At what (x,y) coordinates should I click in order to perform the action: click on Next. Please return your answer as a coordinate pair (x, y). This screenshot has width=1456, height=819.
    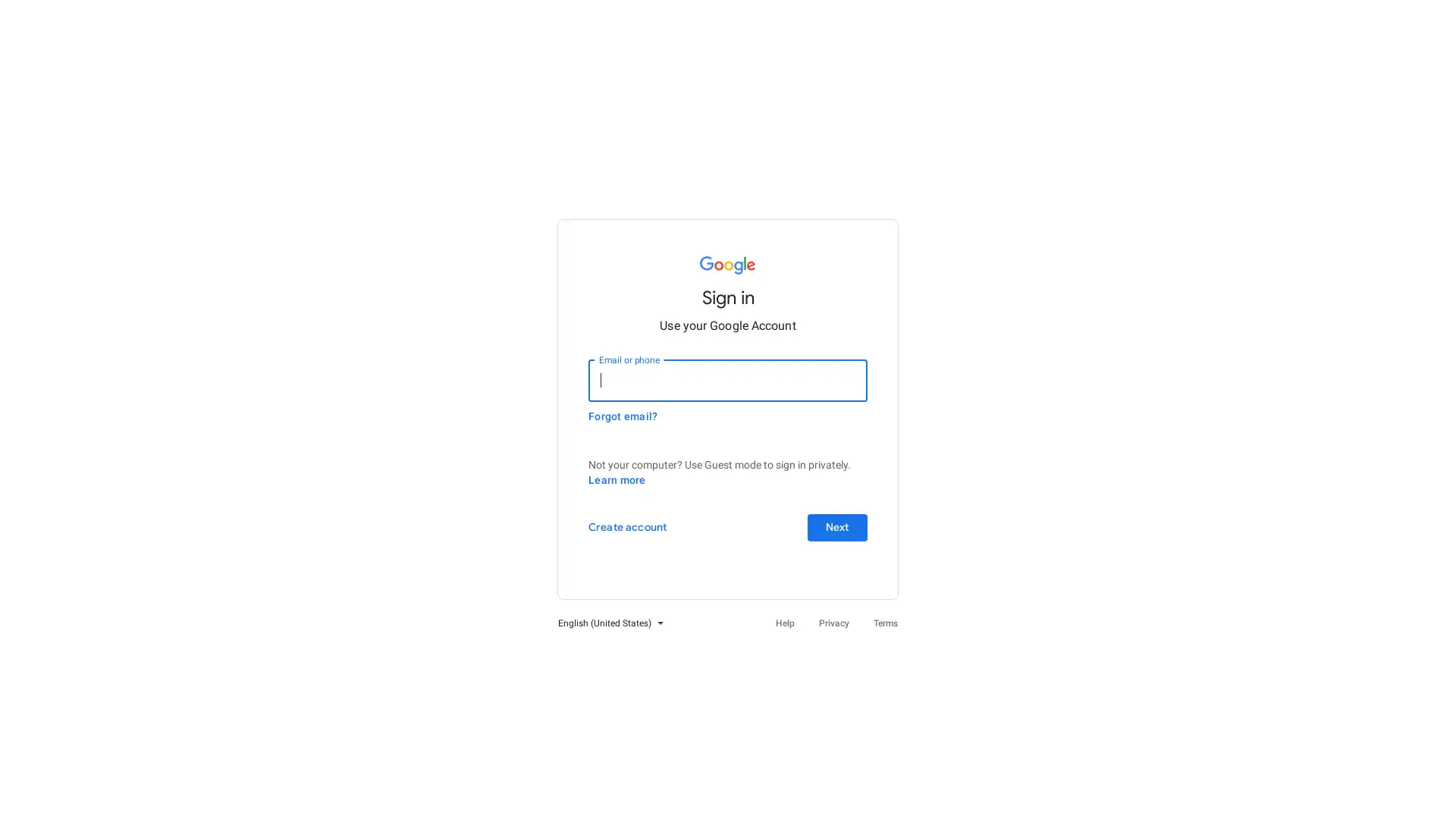
    Looking at the image, I should click on (836, 526).